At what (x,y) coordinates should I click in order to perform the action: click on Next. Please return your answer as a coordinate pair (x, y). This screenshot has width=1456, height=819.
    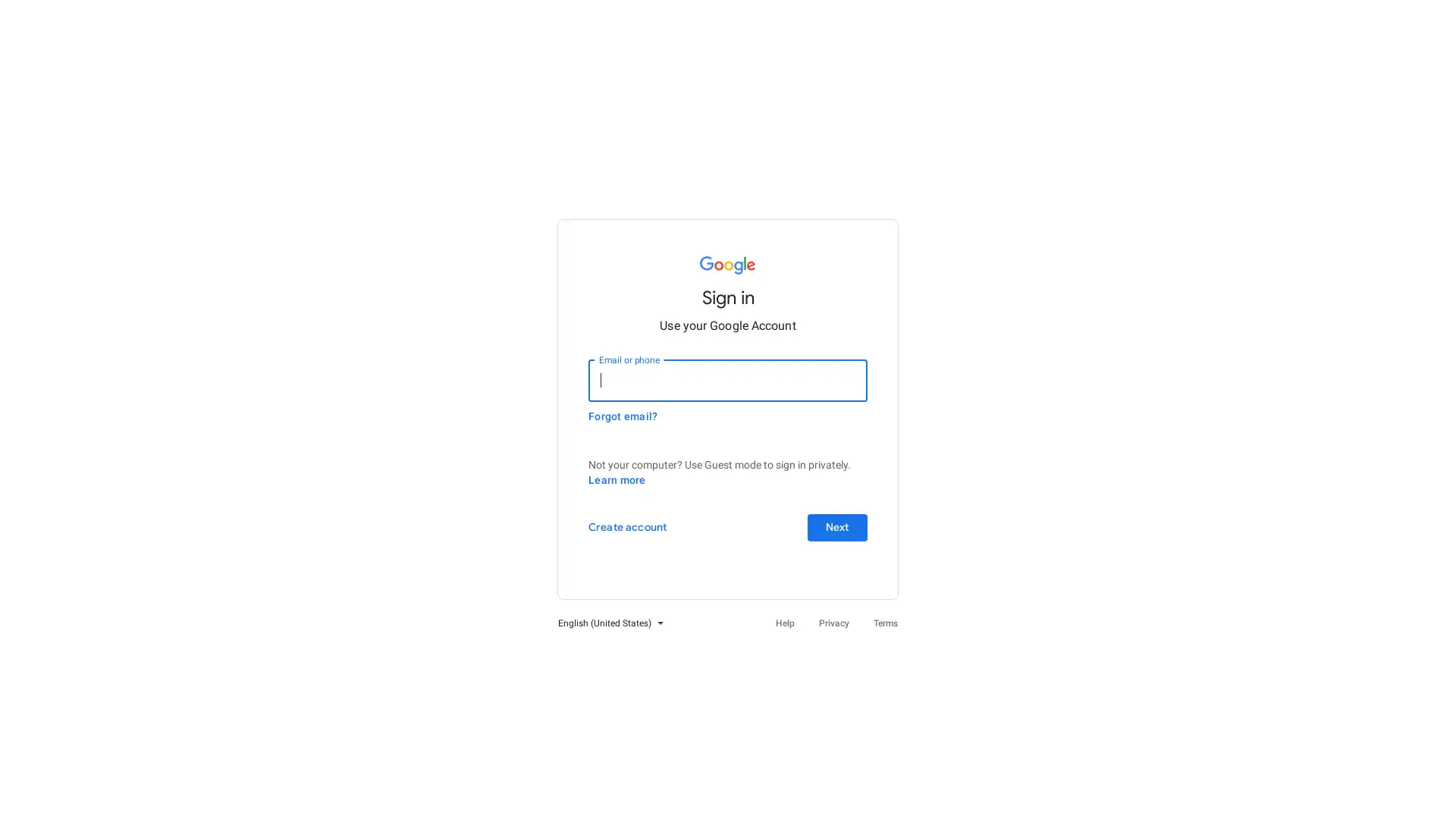
    Looking at the image, I should click on (836, 526).